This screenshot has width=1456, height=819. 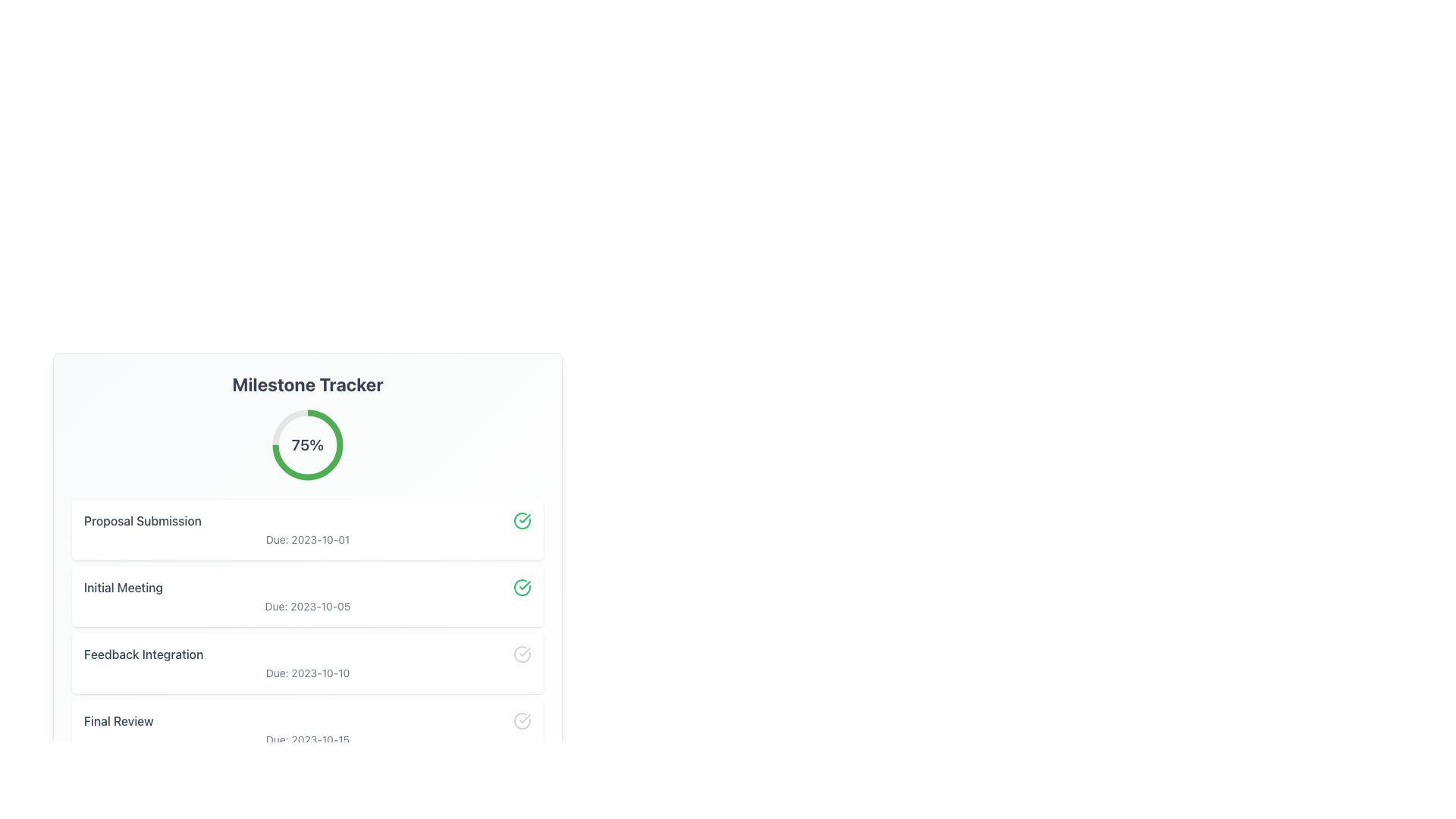 What do you see at coordinates (307, 529) in the screenshot?
I see `the due date text of the first Card element in the Milestone Tracker section` at bounding box center [307, 529].